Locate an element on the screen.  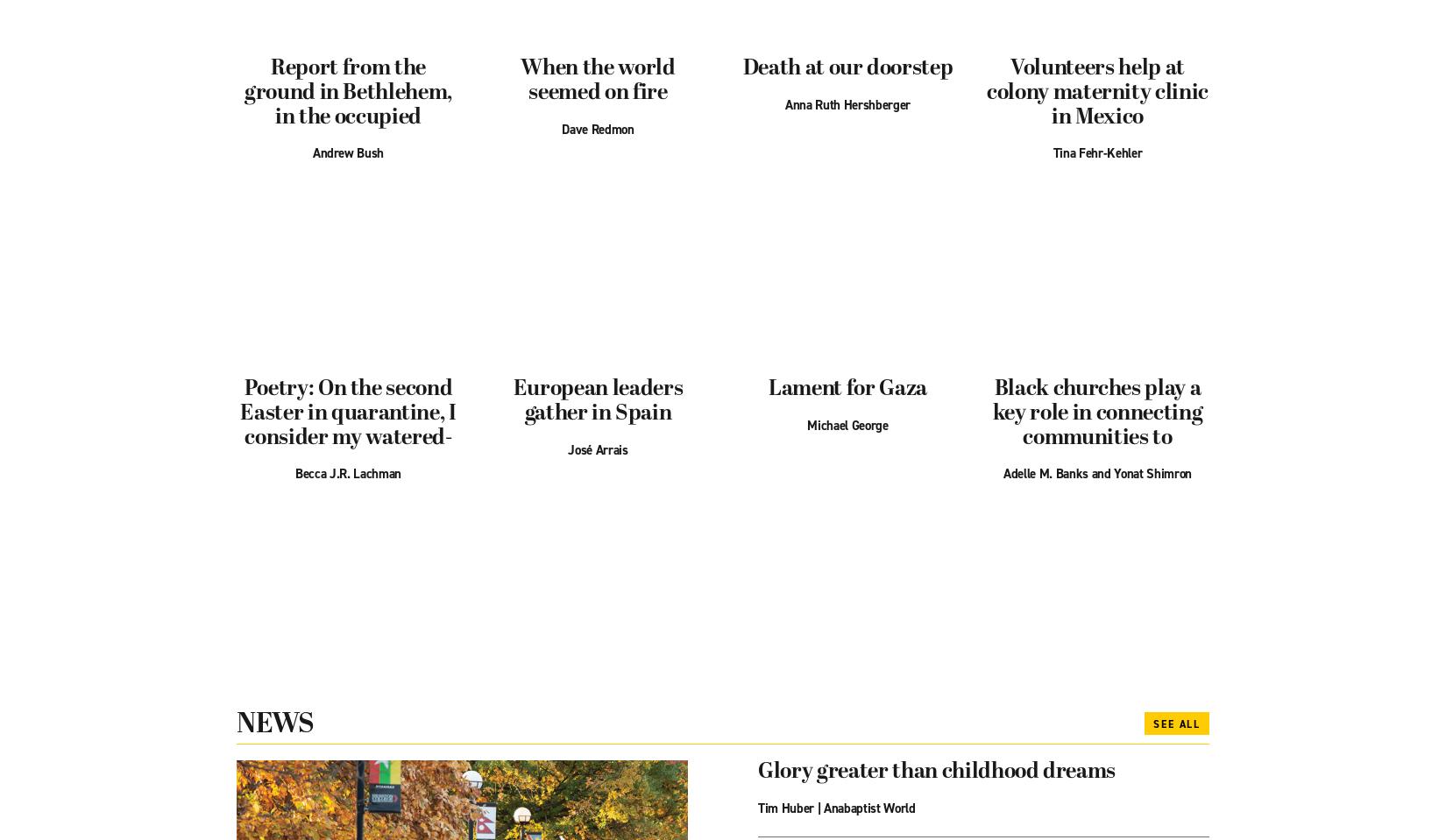
'Tim Huber' is located at coordinates (757, 807).